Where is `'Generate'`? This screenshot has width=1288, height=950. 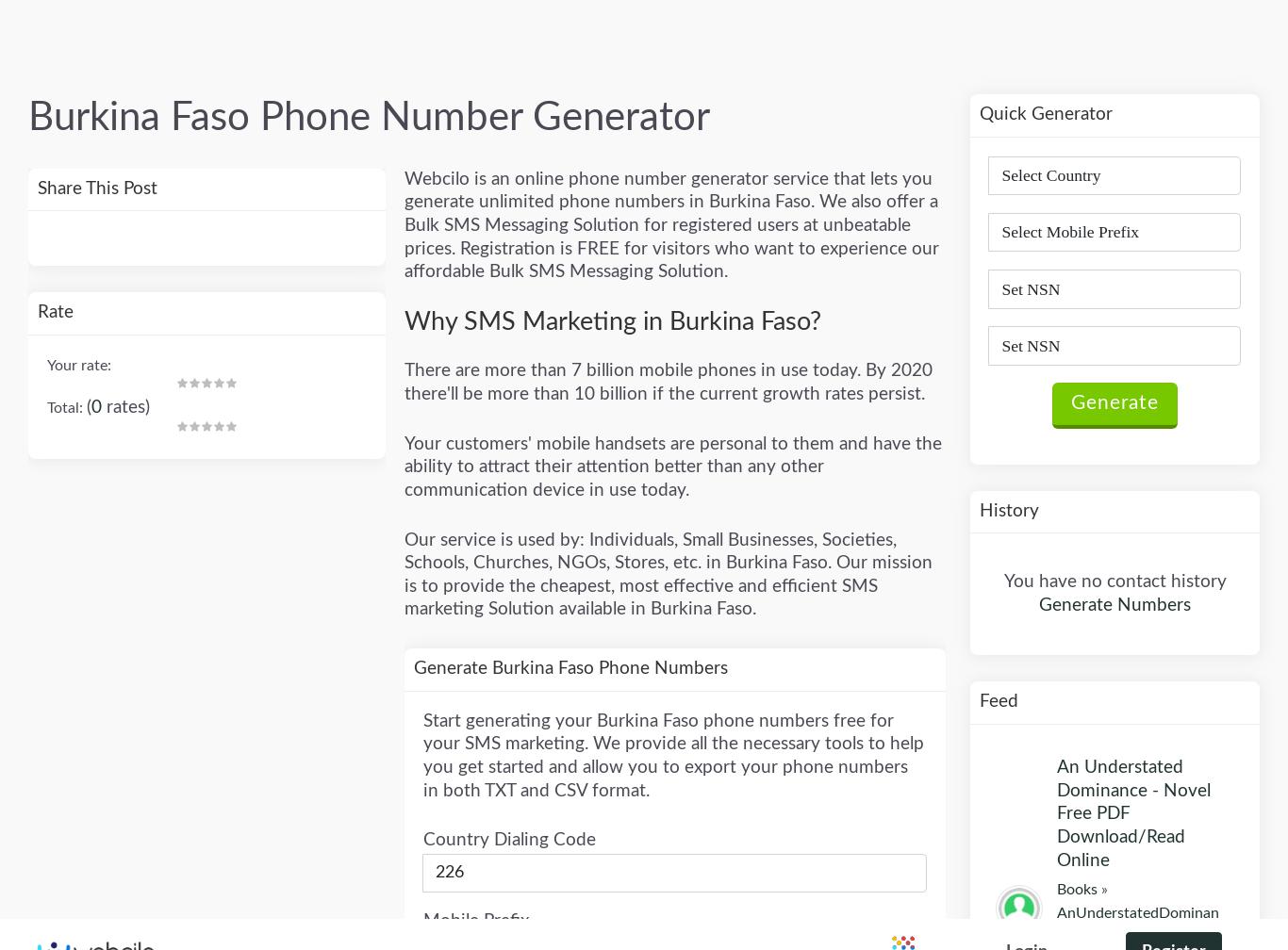 'Generate' is located at coordinates (485, 252).